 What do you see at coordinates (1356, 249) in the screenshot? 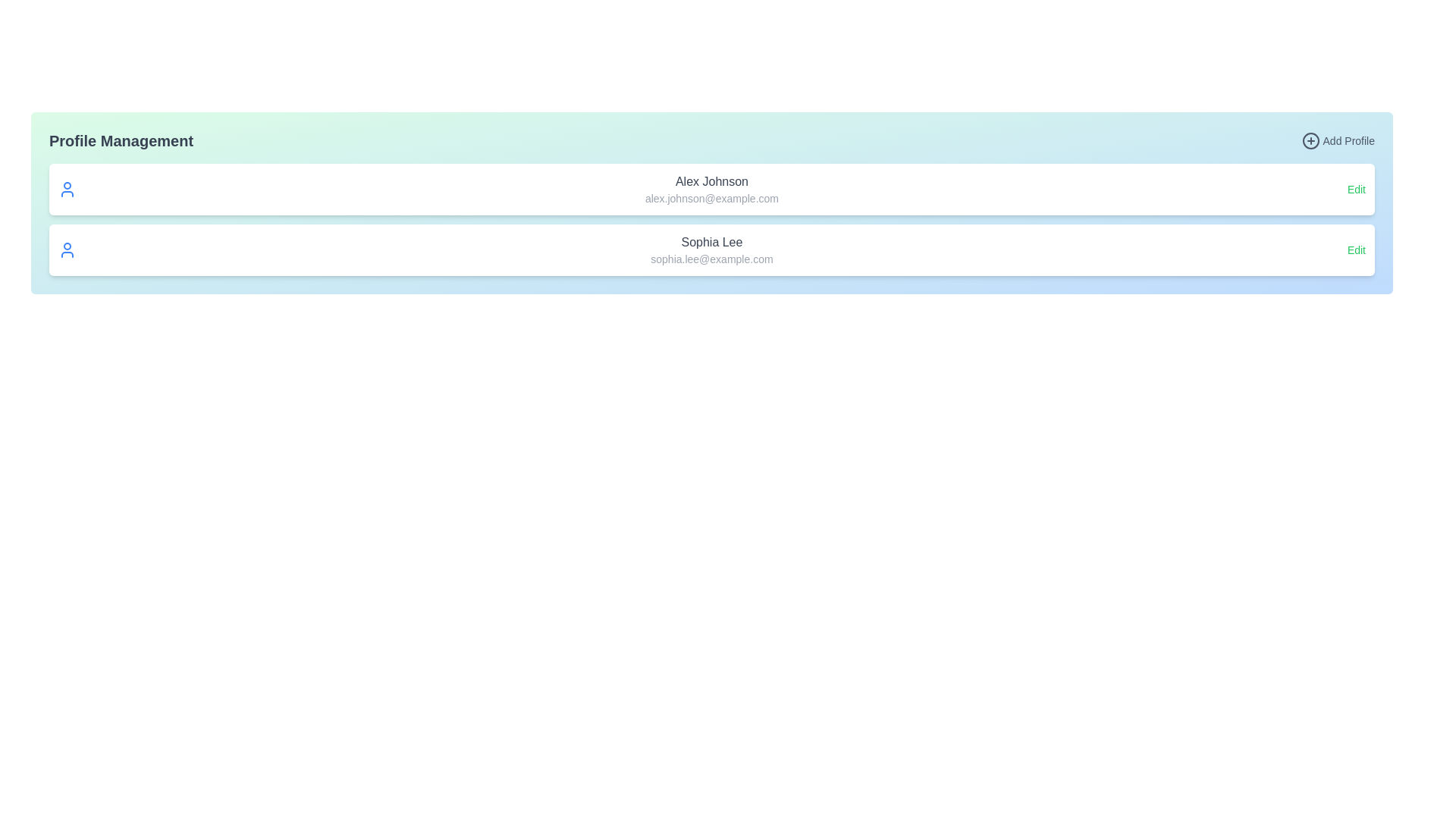
I see `the 'Edit' text button, which is a small-sized sans-serif font in green` at bounding box center [1356, 249].